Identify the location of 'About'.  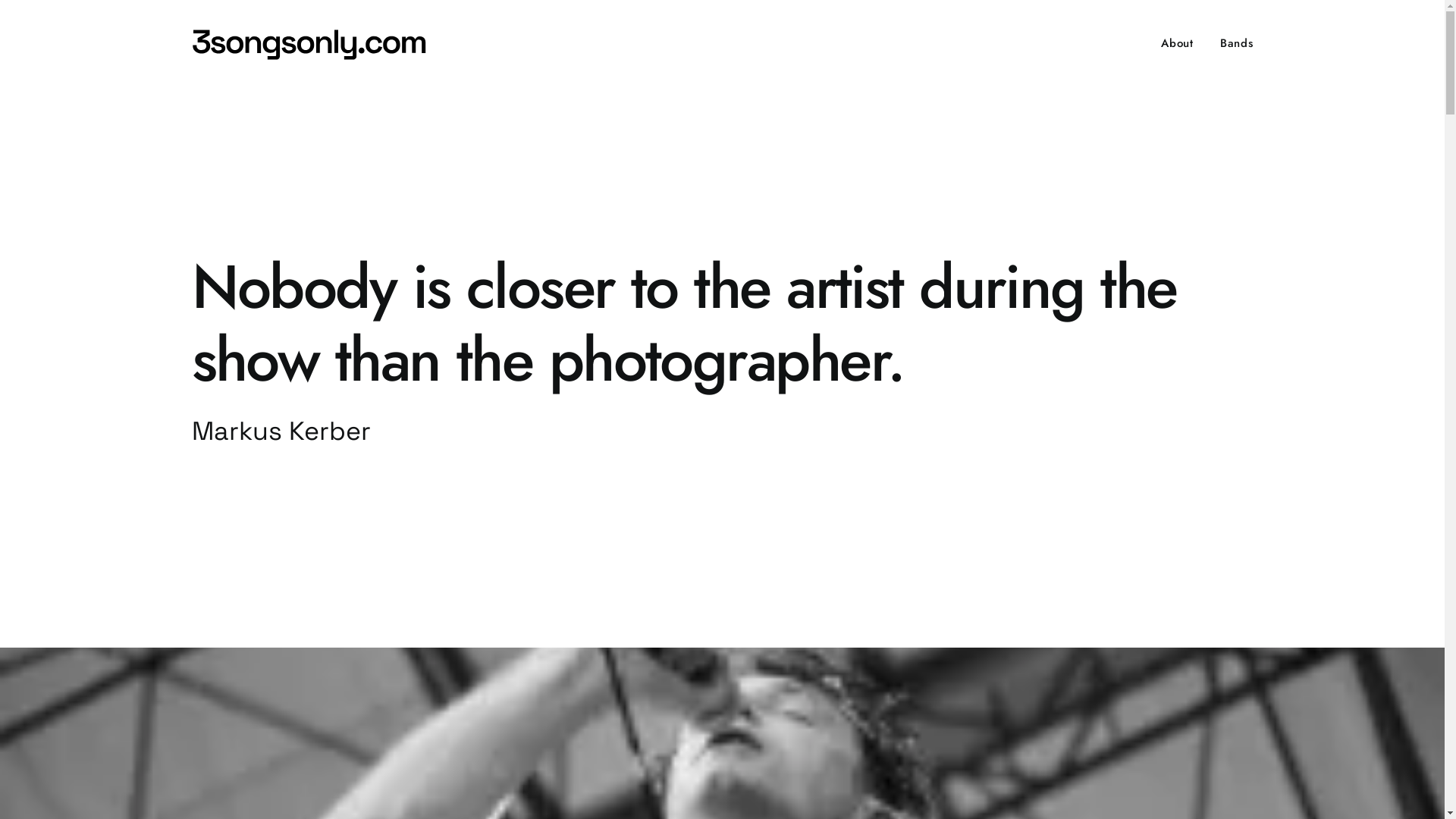
(1181, 42).